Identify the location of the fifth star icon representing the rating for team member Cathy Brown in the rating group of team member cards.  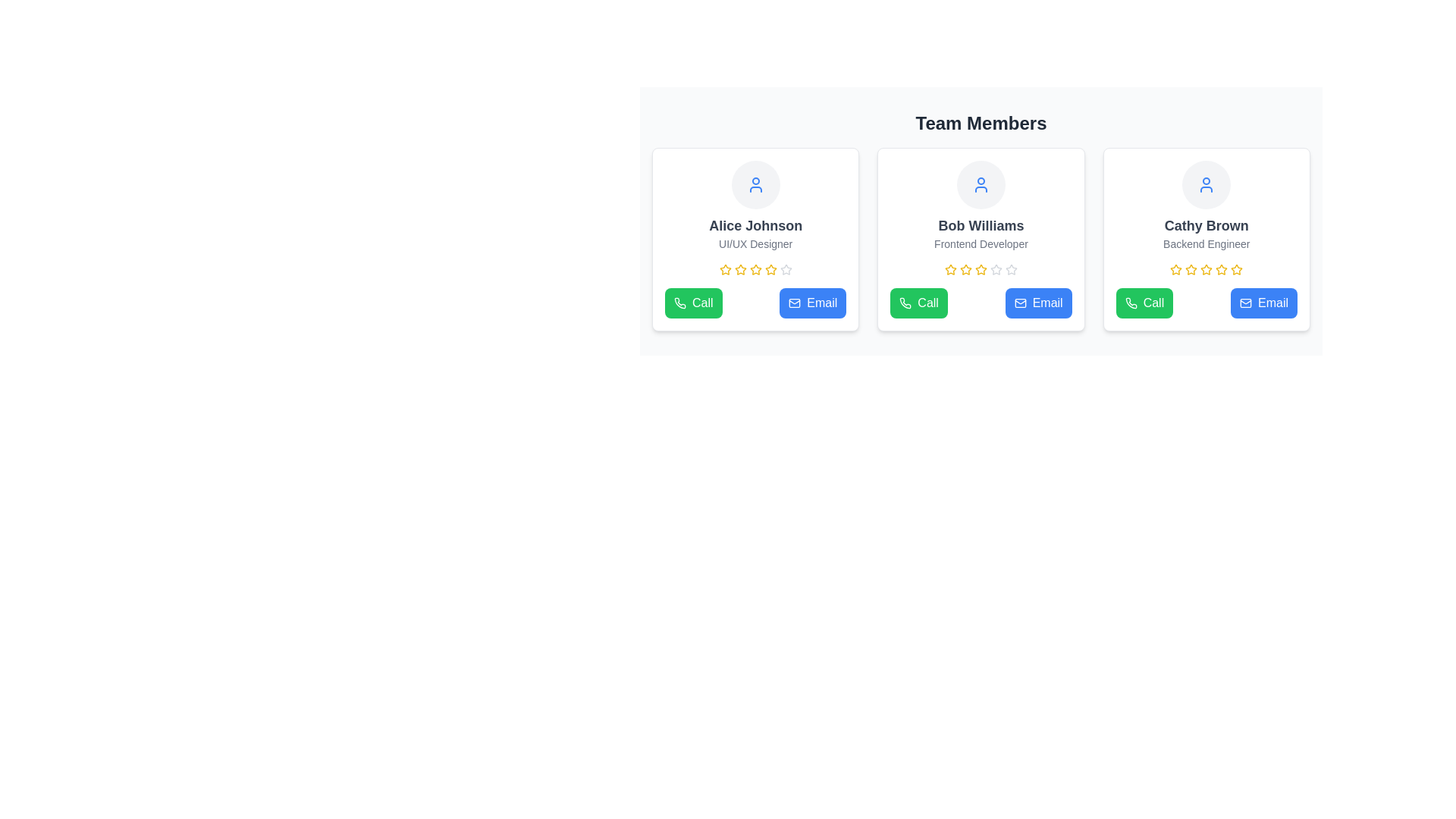
(1237, 268).